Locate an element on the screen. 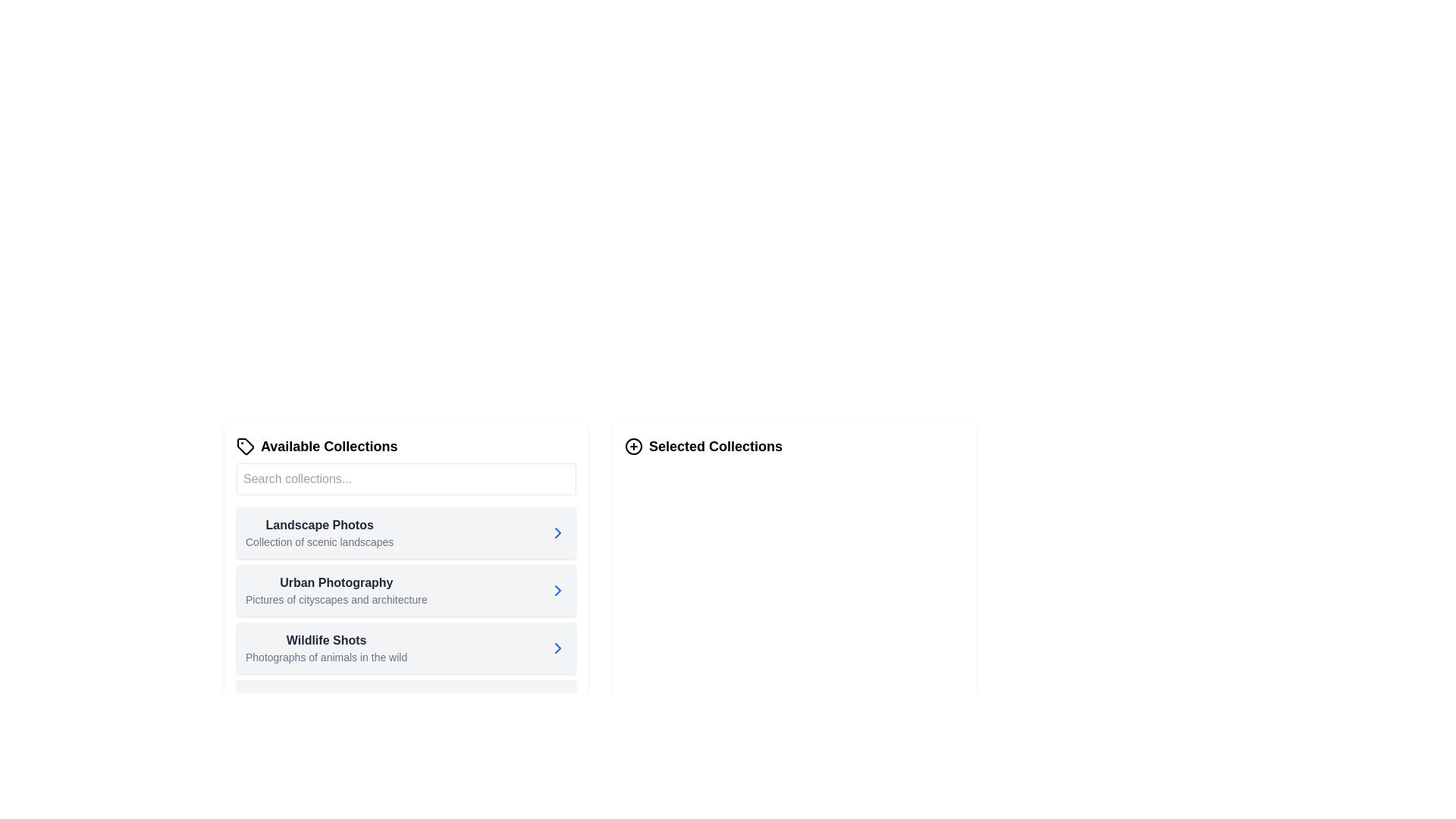 The image size is (1456, 819). the 'Urban Photography' text label within the 'Available Collections' list is located at coordinates (335, 590).